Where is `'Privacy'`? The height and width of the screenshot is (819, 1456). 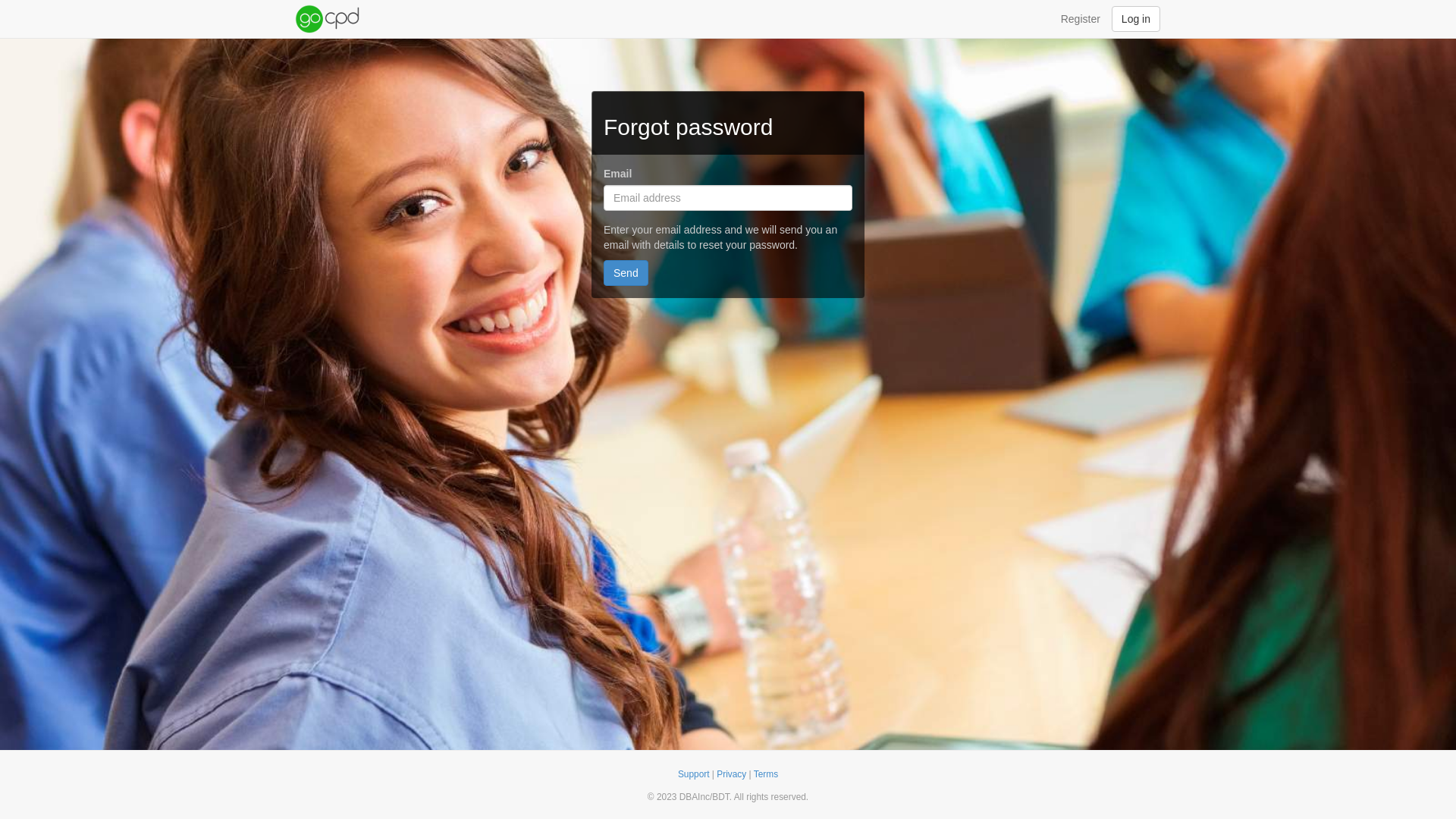 'Privacy' is located at coordinates (731, 774).